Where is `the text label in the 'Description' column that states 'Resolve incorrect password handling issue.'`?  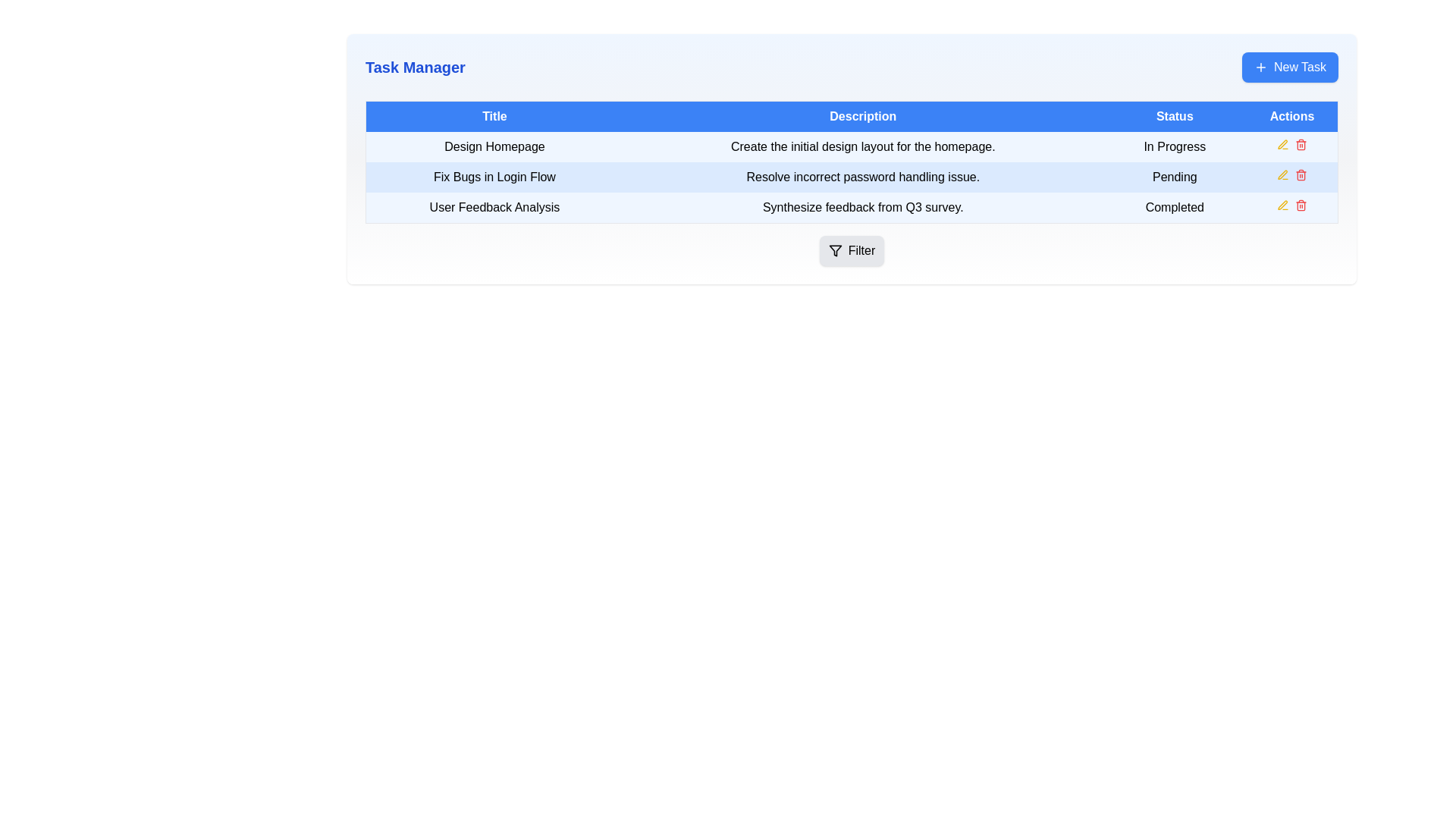 the text label in the 'Description' column that states 'Resolve incorrect password handling issue.' is located at coordinates (863, 177).